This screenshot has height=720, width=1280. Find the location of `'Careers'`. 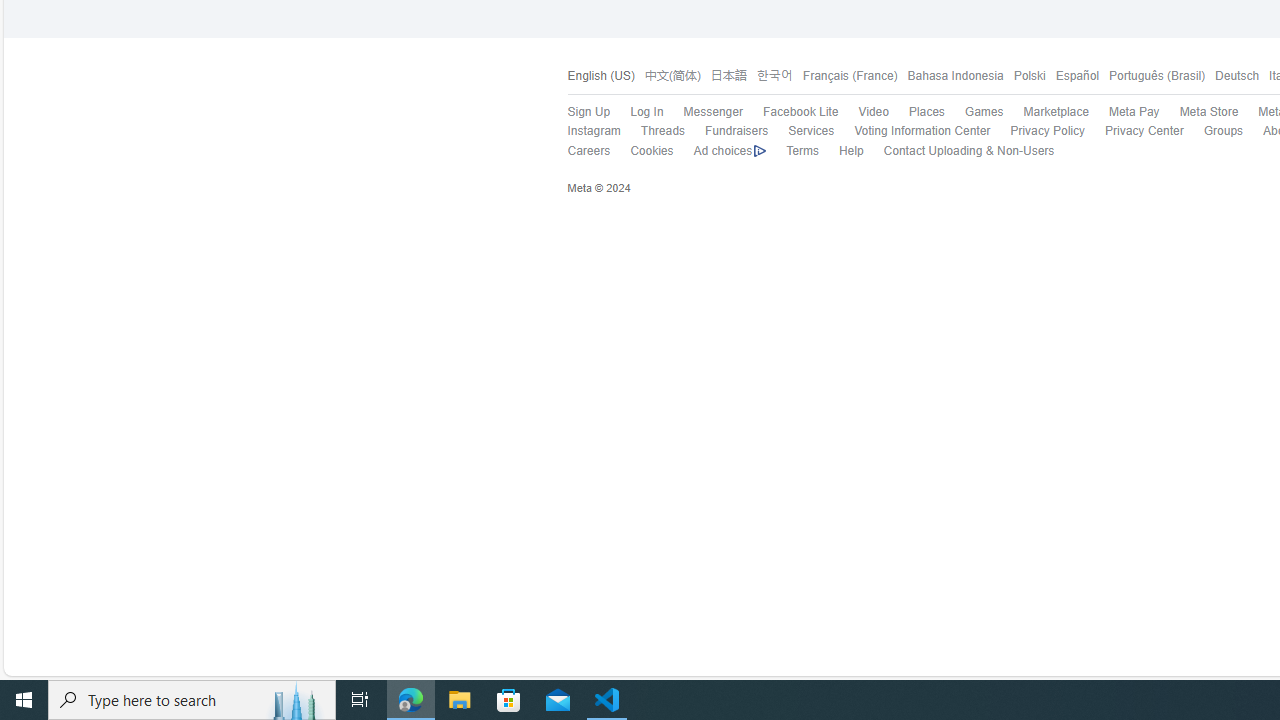

'Careers' is located at coordinates (577, 150).